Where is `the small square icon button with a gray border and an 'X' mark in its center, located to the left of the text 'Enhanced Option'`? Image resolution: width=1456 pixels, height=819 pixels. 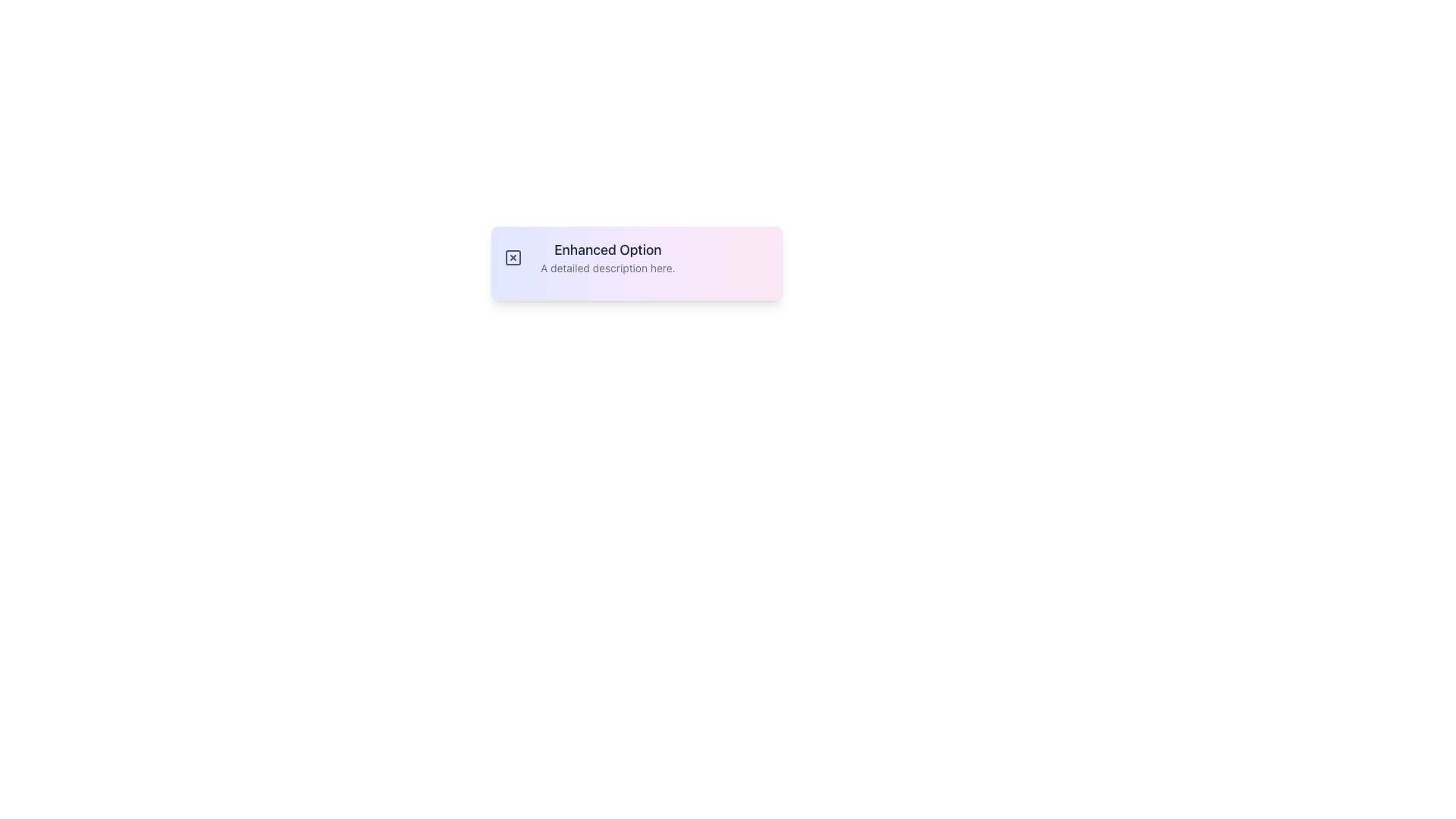 the small square icon button with a gray border and an 'X' mark in its center, located to the left of the text 'Enhanced Option' is located at coordinates (516, 256).